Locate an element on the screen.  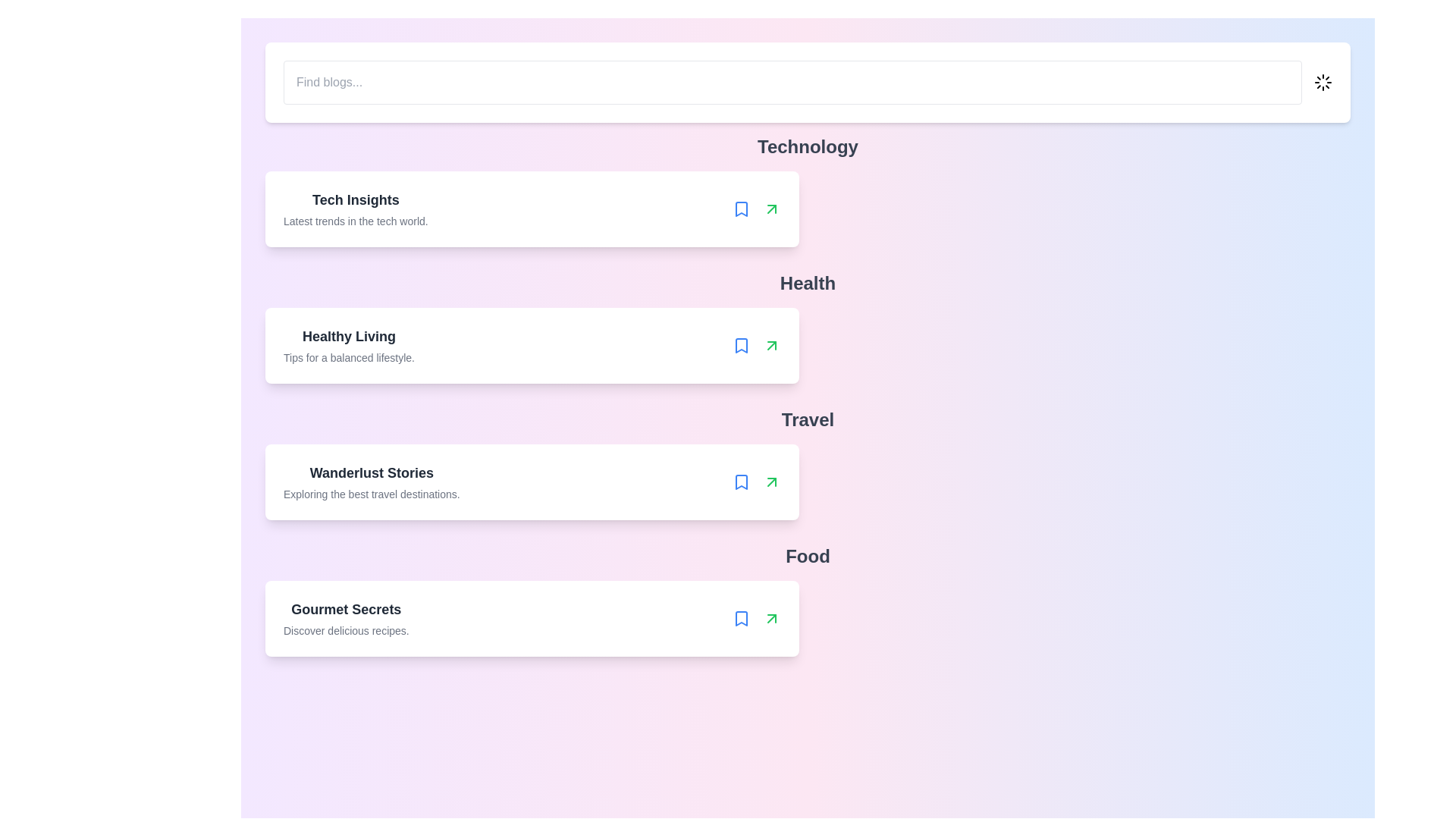
the text element with the heading 'Gourmet Secrets', which is styled in a bold, large font and is located in the 'Food' section is located at coordinates (345, 608).